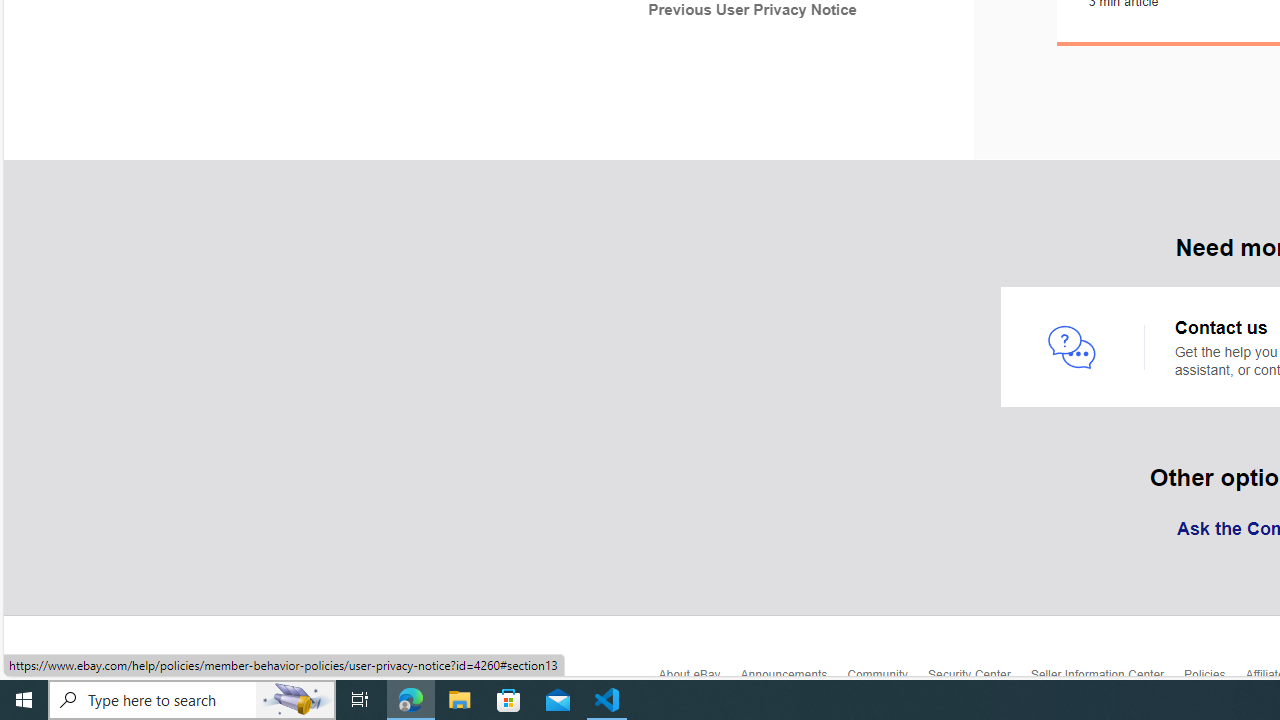  What do you see at coordinates (886, 678) in the screenshot?
I see `'Community'` at bounding box center [886, 678].